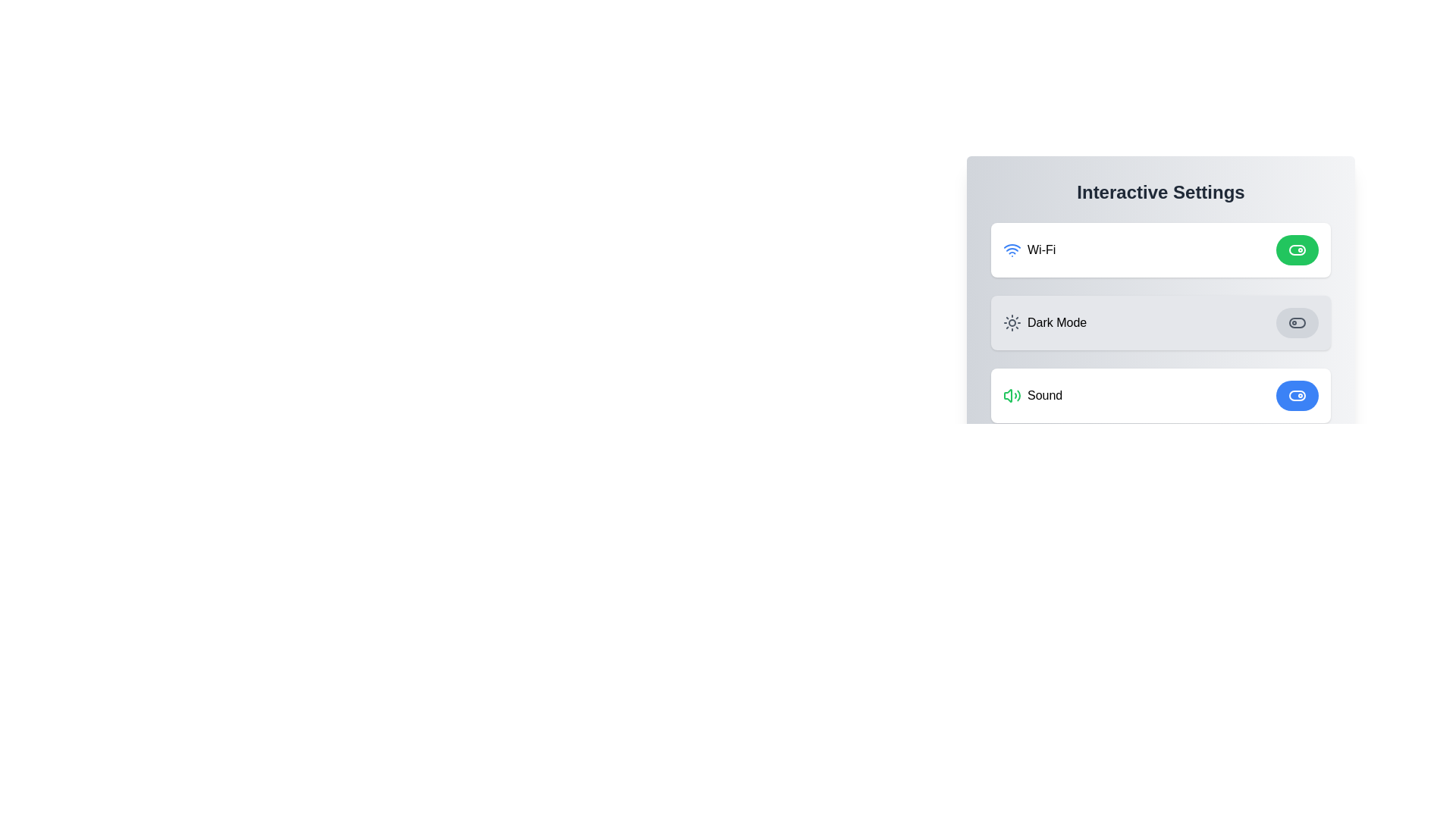 The width and height of the screenshot is (1456, 819). What do you see at coordinates (1296, 394) in the screenshot?
I see `the toggle switch styled as an SVG icon, located in the 'Sound' settings option` at bounding box center [1296, 394].